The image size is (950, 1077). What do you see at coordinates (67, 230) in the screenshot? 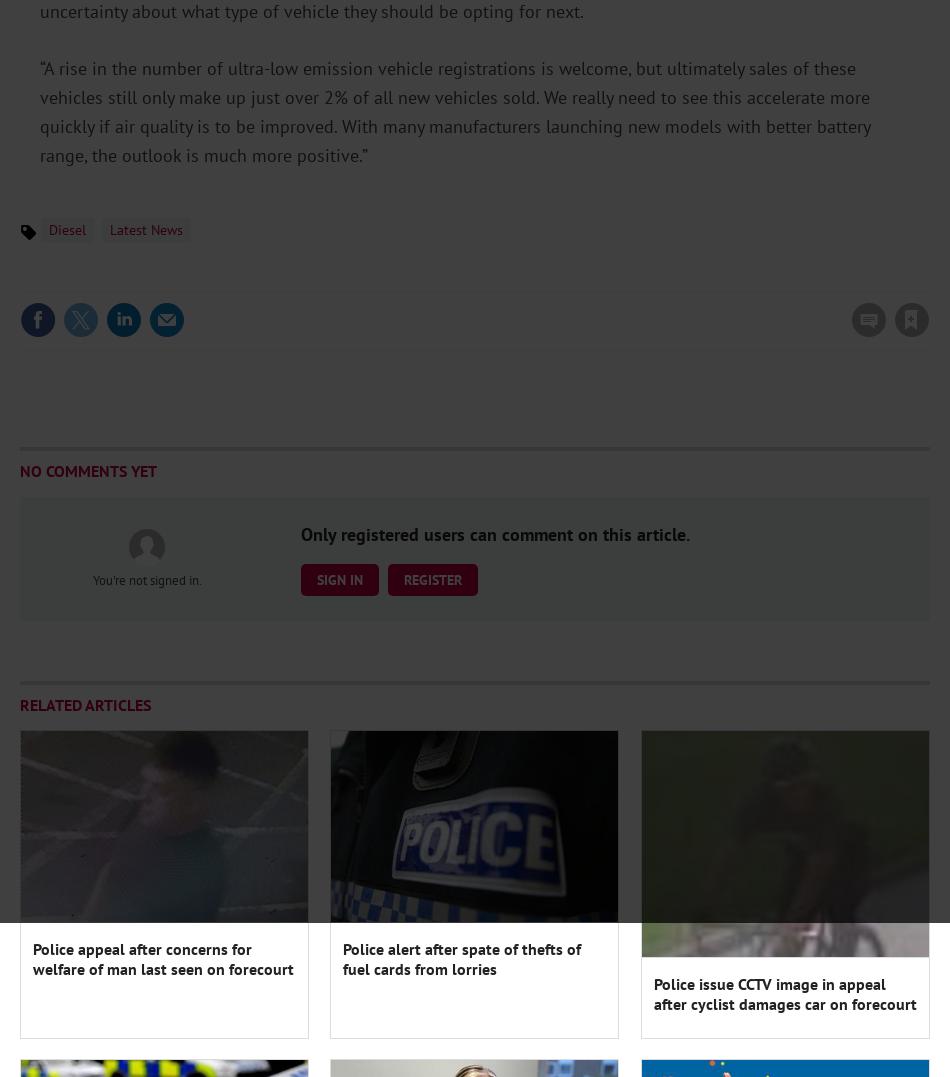
I see `'Diesel'` at bounding box center [67, 230].